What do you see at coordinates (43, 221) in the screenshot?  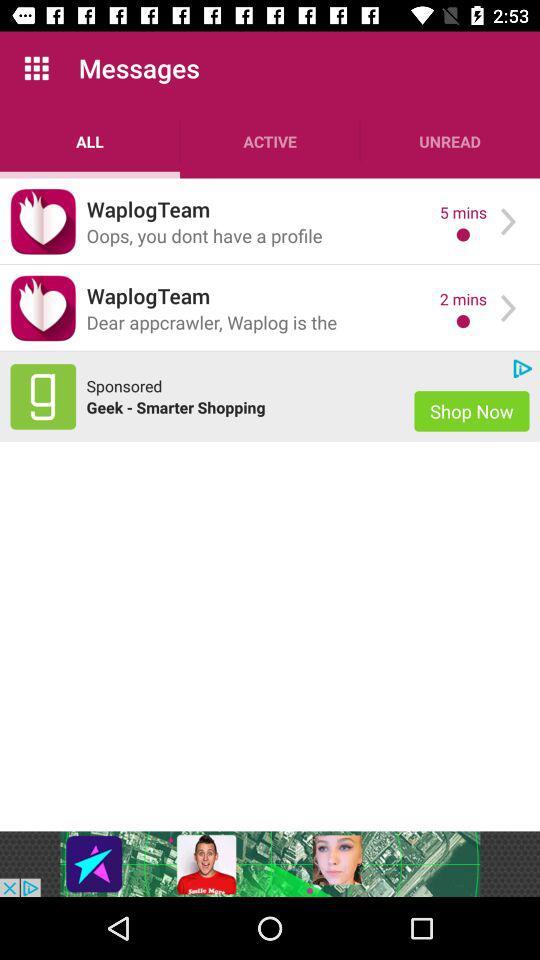 I see `profile icon` at bounding box center [43, 221].